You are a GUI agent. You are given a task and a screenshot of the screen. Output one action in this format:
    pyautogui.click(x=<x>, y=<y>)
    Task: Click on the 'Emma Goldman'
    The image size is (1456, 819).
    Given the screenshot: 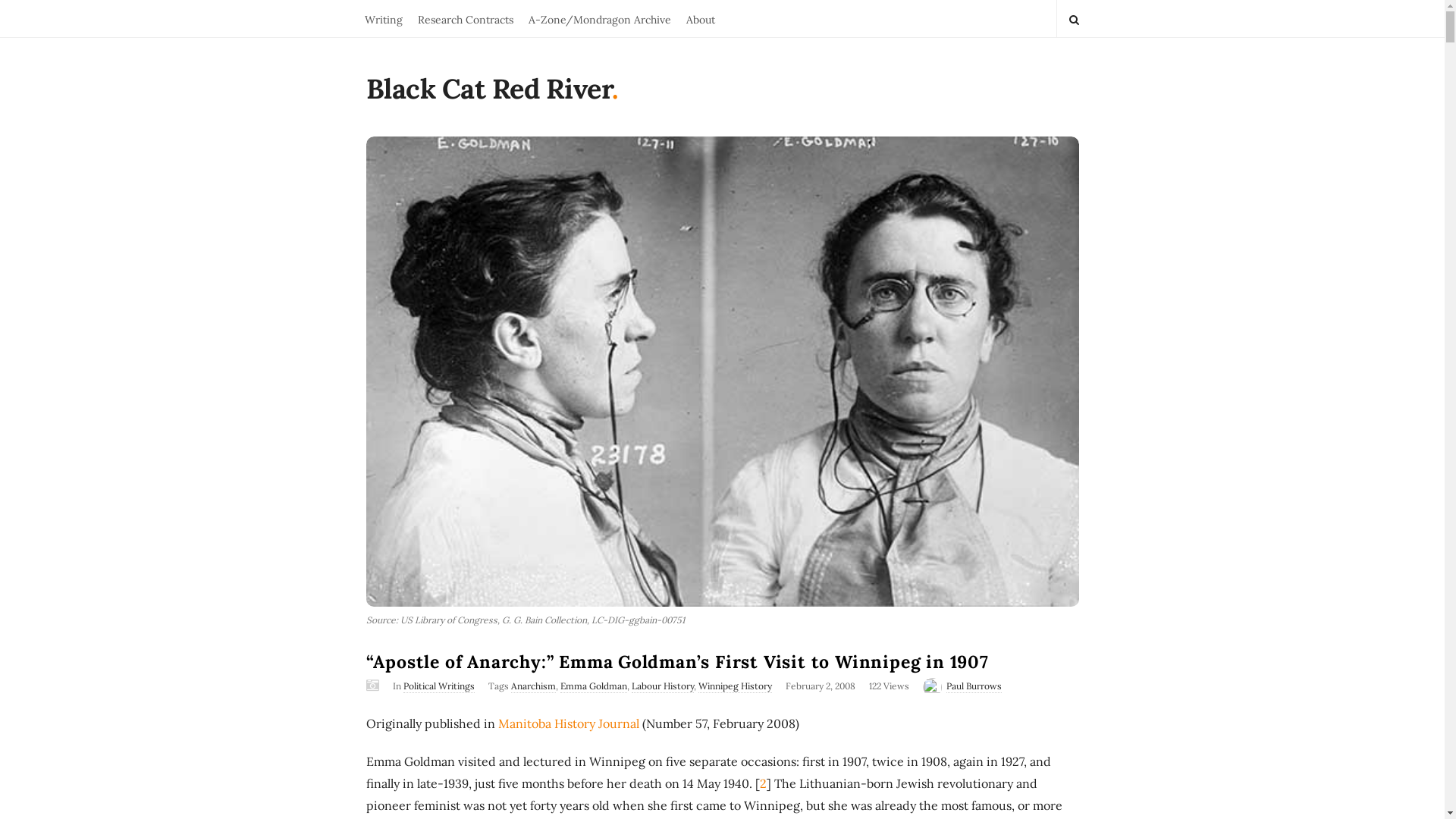 What is the action you would take?
    pyautogui.click(x=592, y=686)
    